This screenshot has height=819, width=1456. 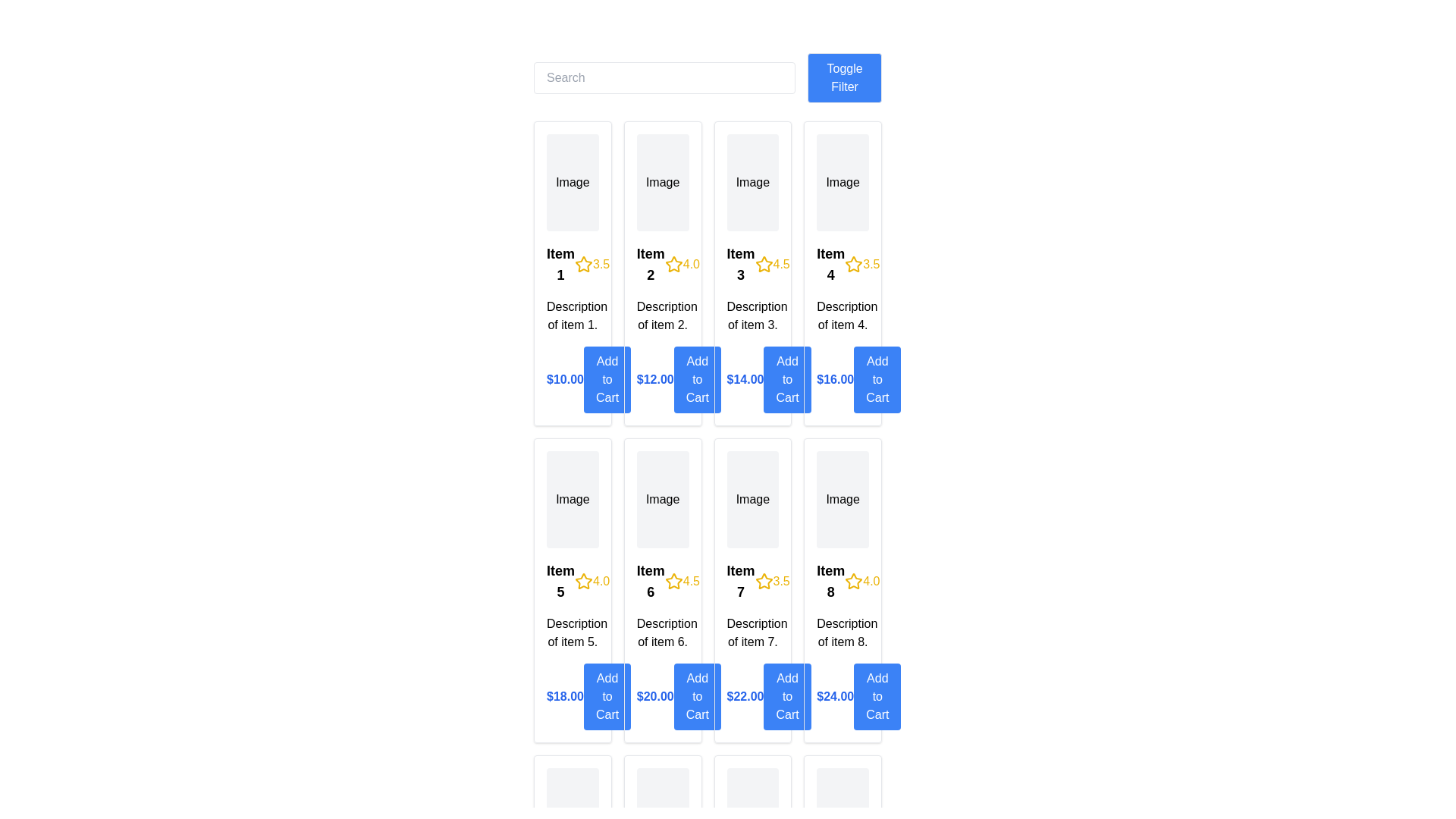 I want to click on the button located in the third column of the topmost row of the grid layout, directly below the price text '$14.00' and aligned with the description 'Description of item 3', so click(x=787, y=379).